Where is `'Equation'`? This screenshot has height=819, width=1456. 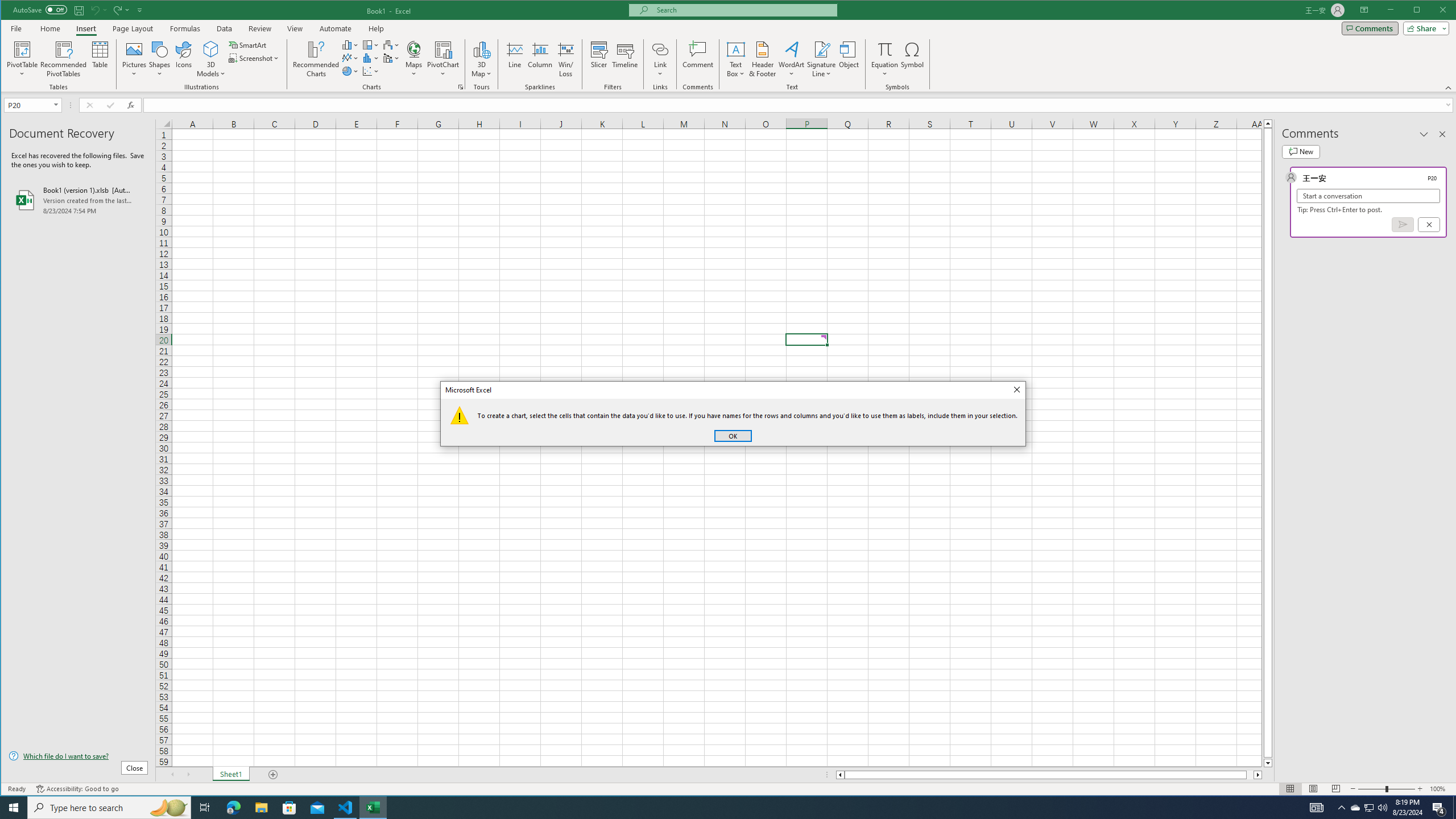
'Equation' is located at coordinates (885, 59).